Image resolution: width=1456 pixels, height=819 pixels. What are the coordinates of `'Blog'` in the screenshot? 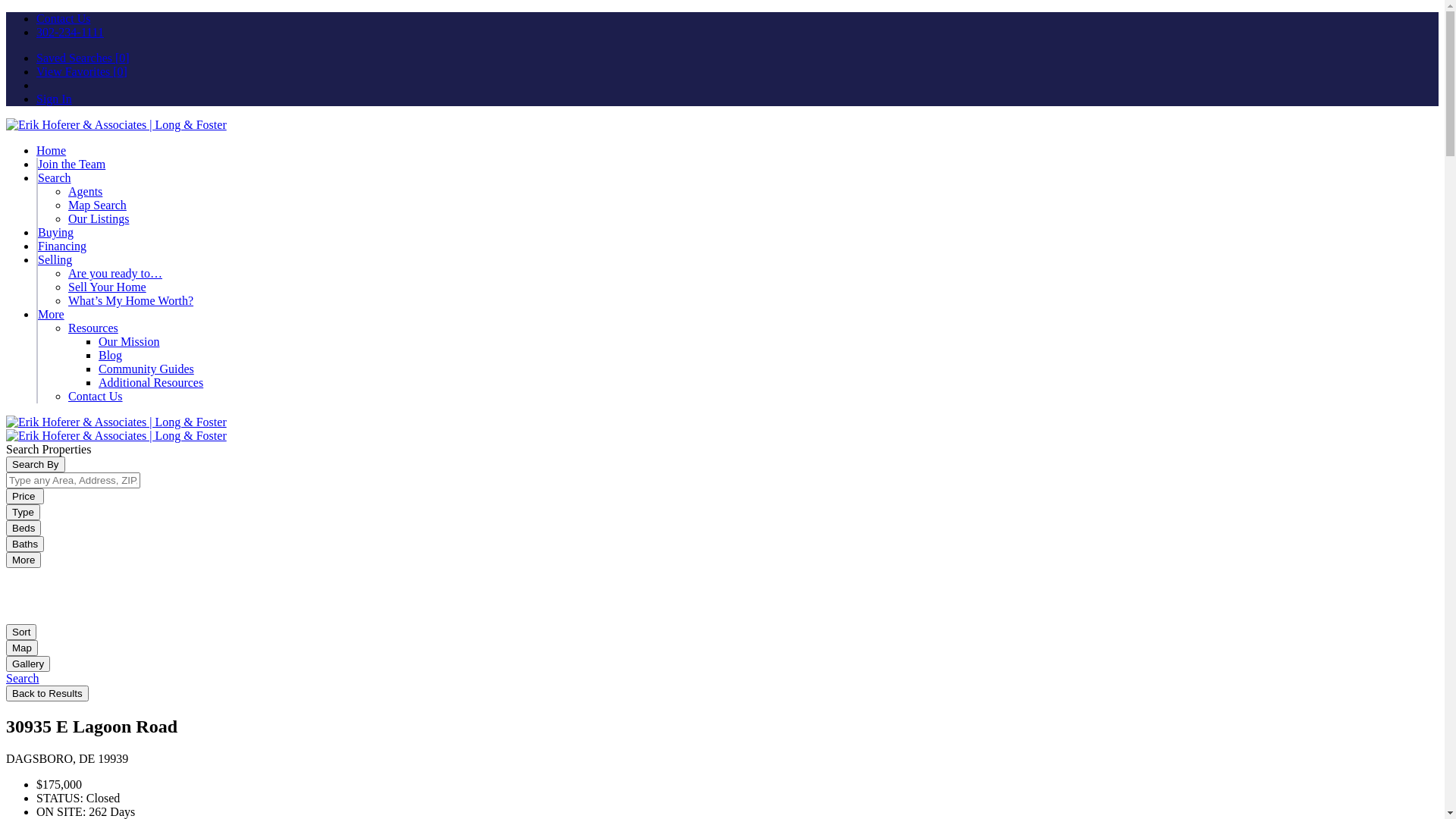 It's located at (109, 355).